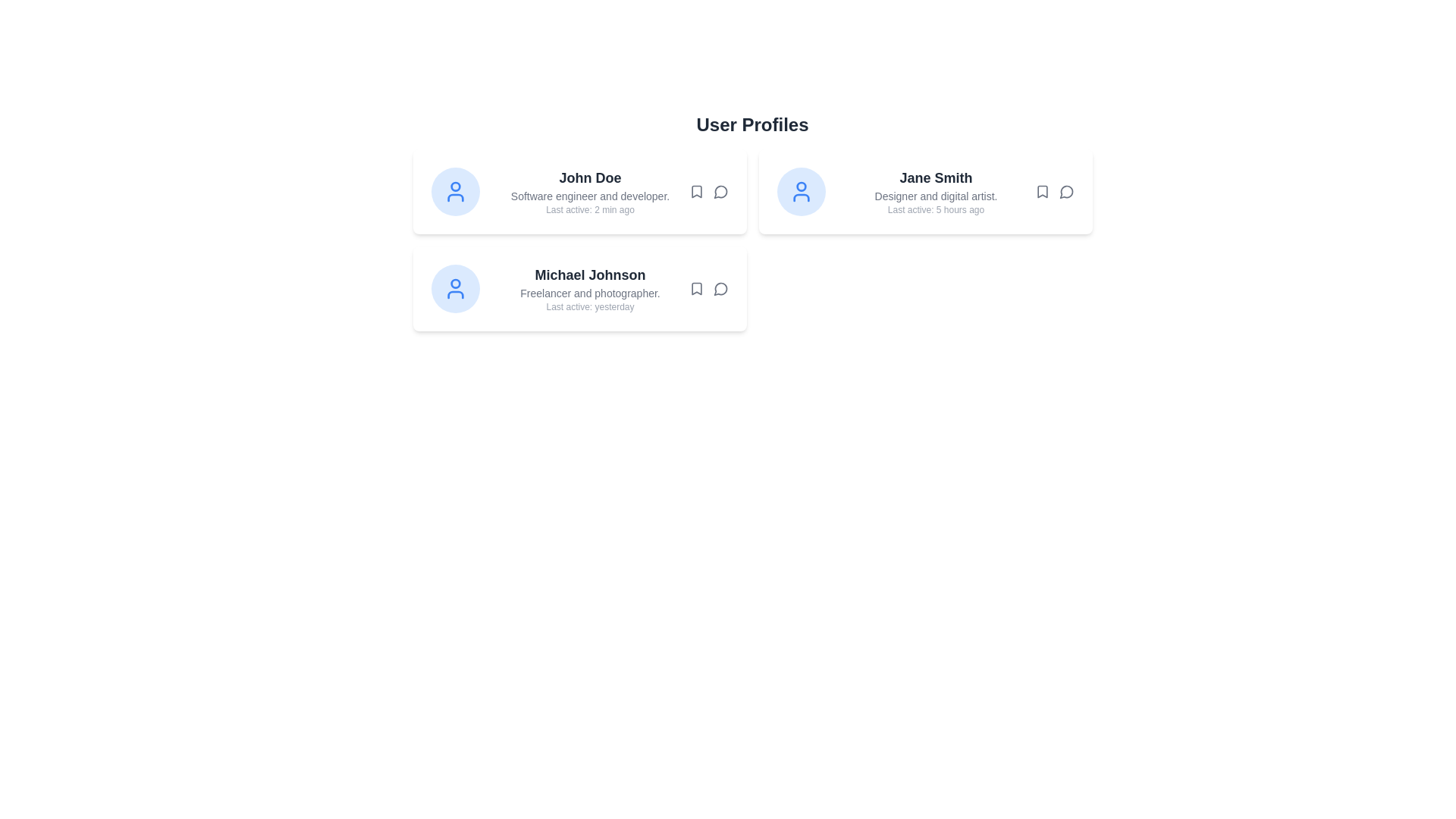  What do you see at coordinates (454, 186) in the screenshot?
I see `the graphical indicator within the user profile icon, which indicates a notification or status, located in the first card of the top row` at bounding box center [454, 186].